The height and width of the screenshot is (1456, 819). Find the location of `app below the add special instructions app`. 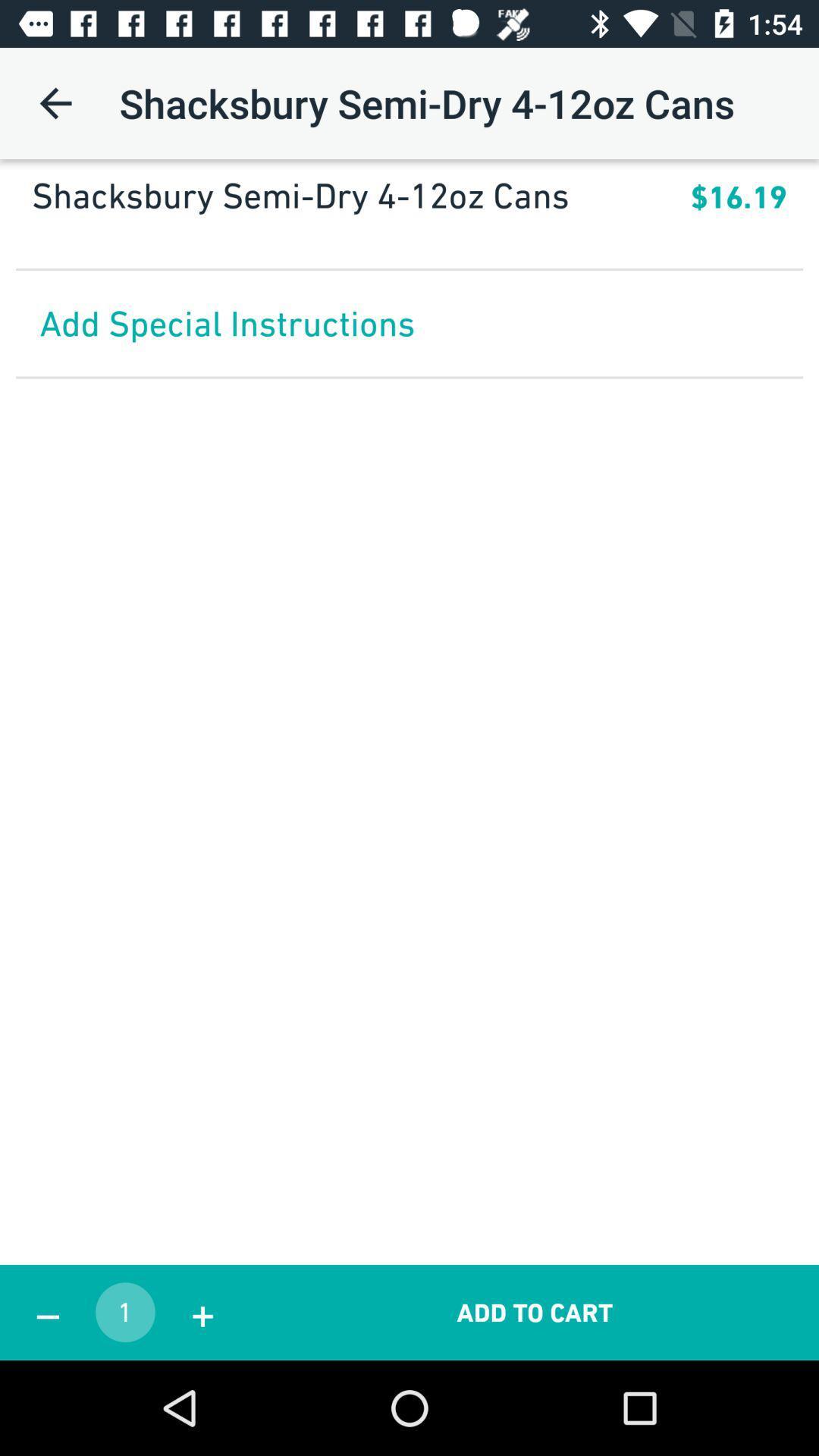

app below the add special instructions app is located at coordinates (534, 1312).